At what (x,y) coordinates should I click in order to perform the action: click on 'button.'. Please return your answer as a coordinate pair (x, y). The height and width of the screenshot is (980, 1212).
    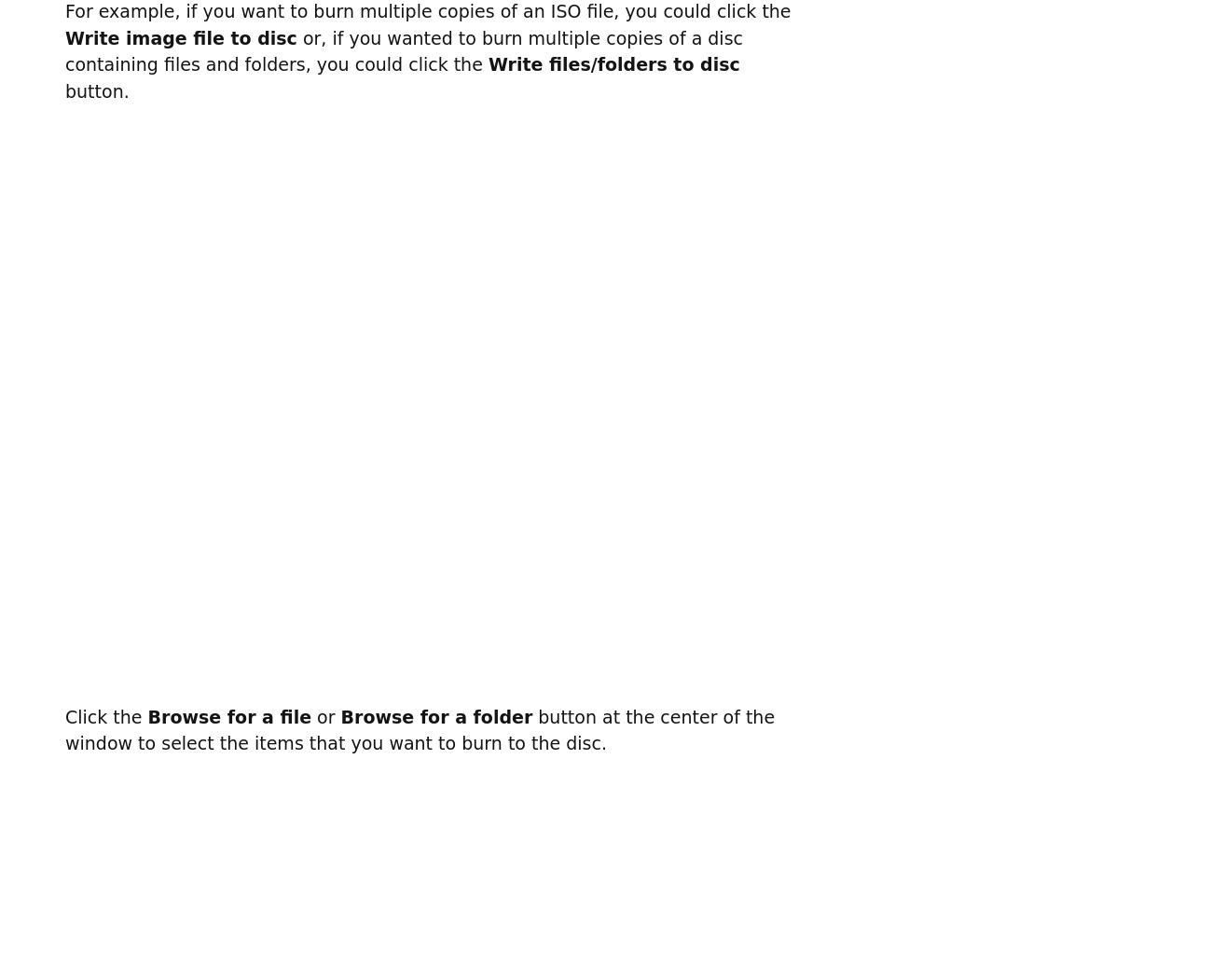
    Looking at the image, I should click on (97, 90).